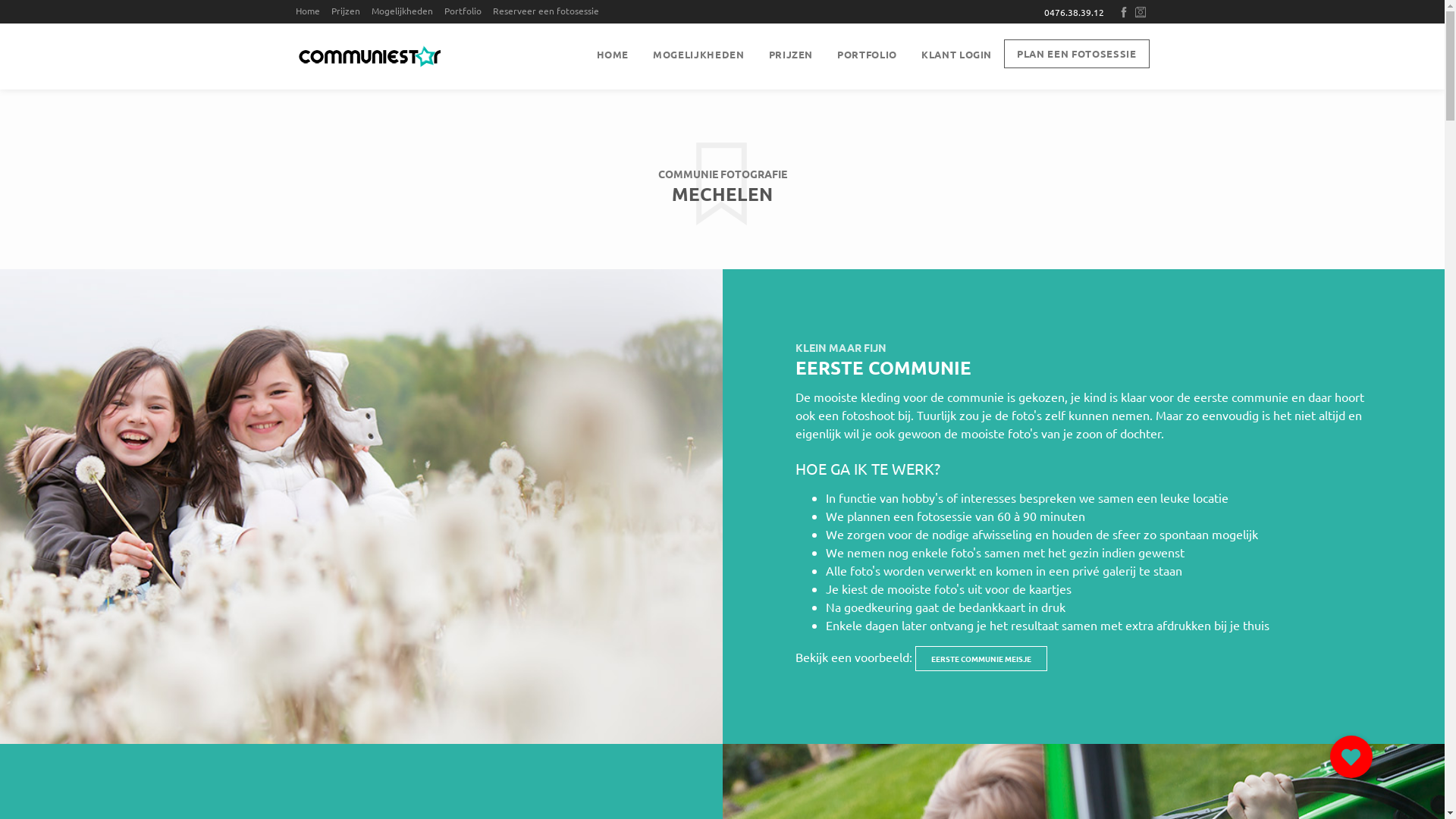  What do you see at coordinates (443, 11) in the screenshot?
I see `'Portfolio'` at bounding box center [443, 11].